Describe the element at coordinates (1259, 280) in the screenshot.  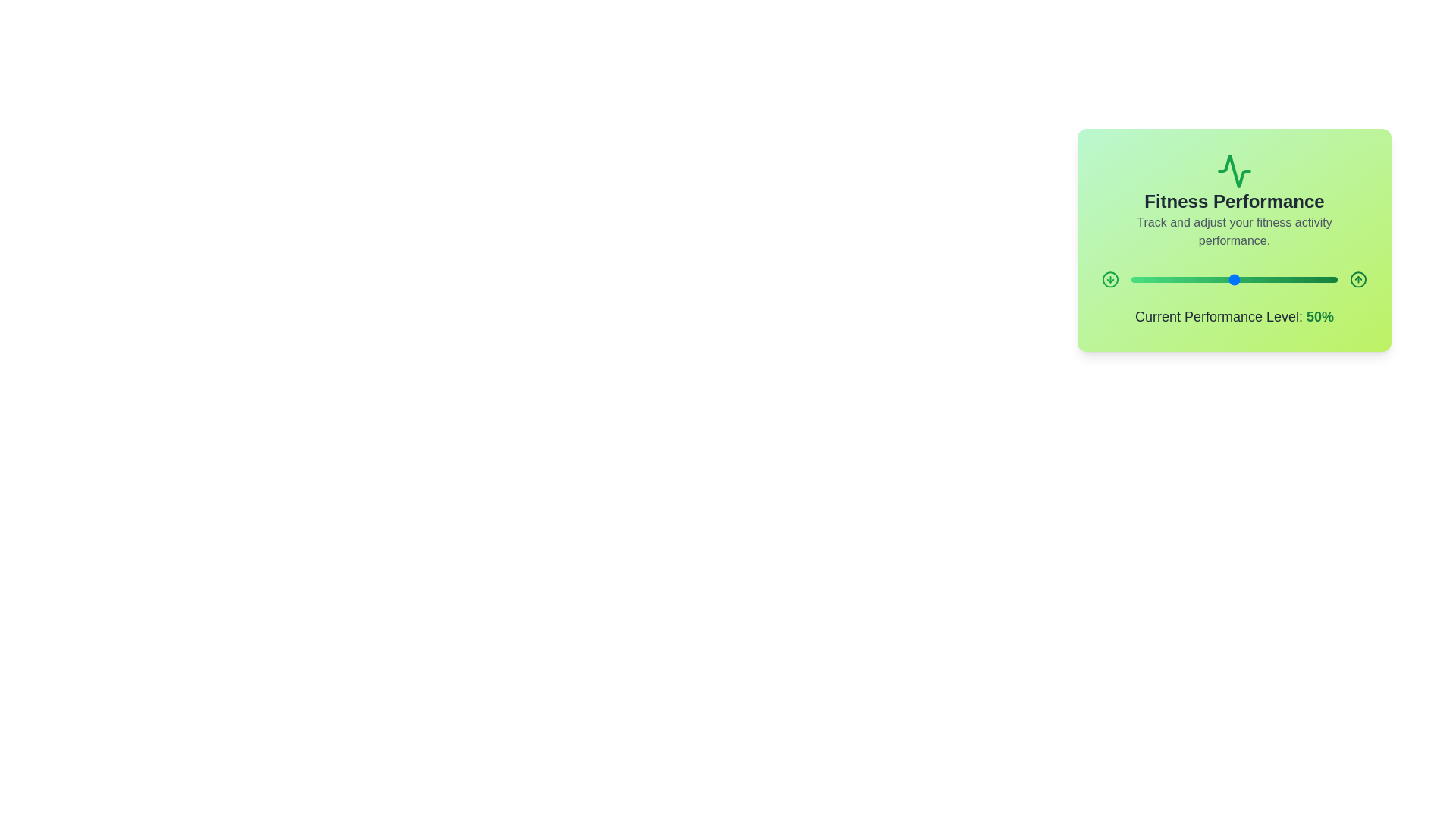
I see `the slider to set the performance level to 62%` at that location.